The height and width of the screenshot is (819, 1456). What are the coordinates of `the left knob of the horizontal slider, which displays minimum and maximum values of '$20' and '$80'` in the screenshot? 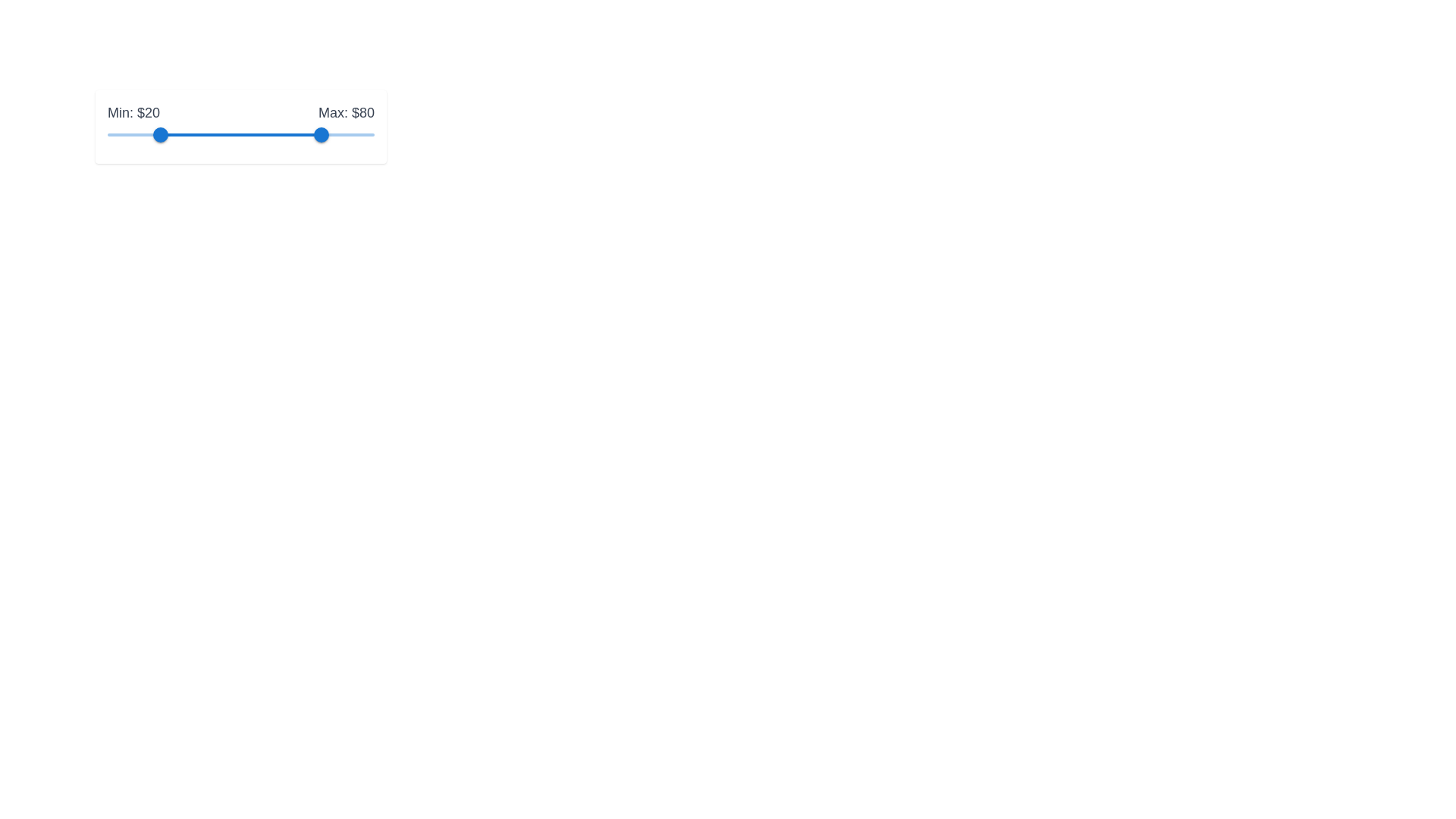 It's located at (240, 126).